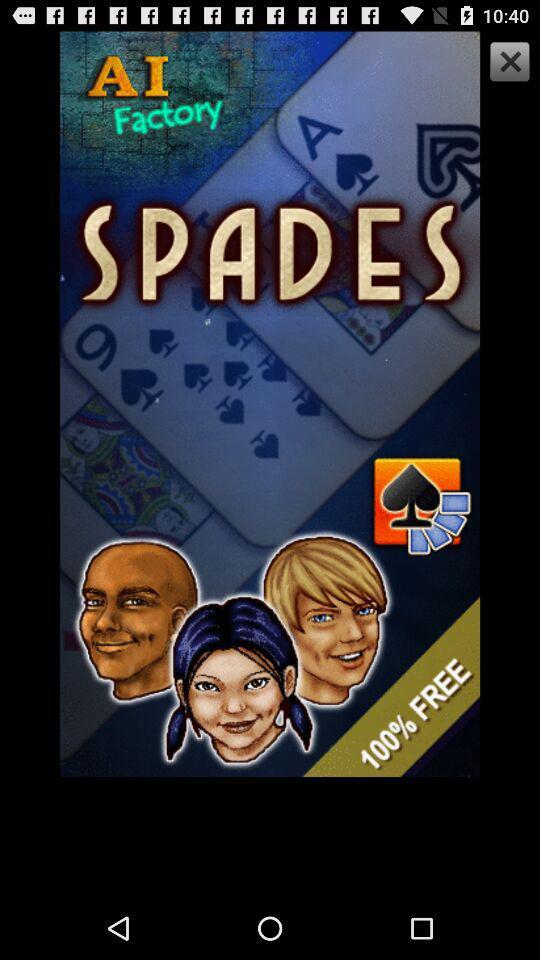 The width and height of the screenshot is (540, 960). Describe the element at coordinates (507, 64) in the screenshot. I see `delete option` at that location.